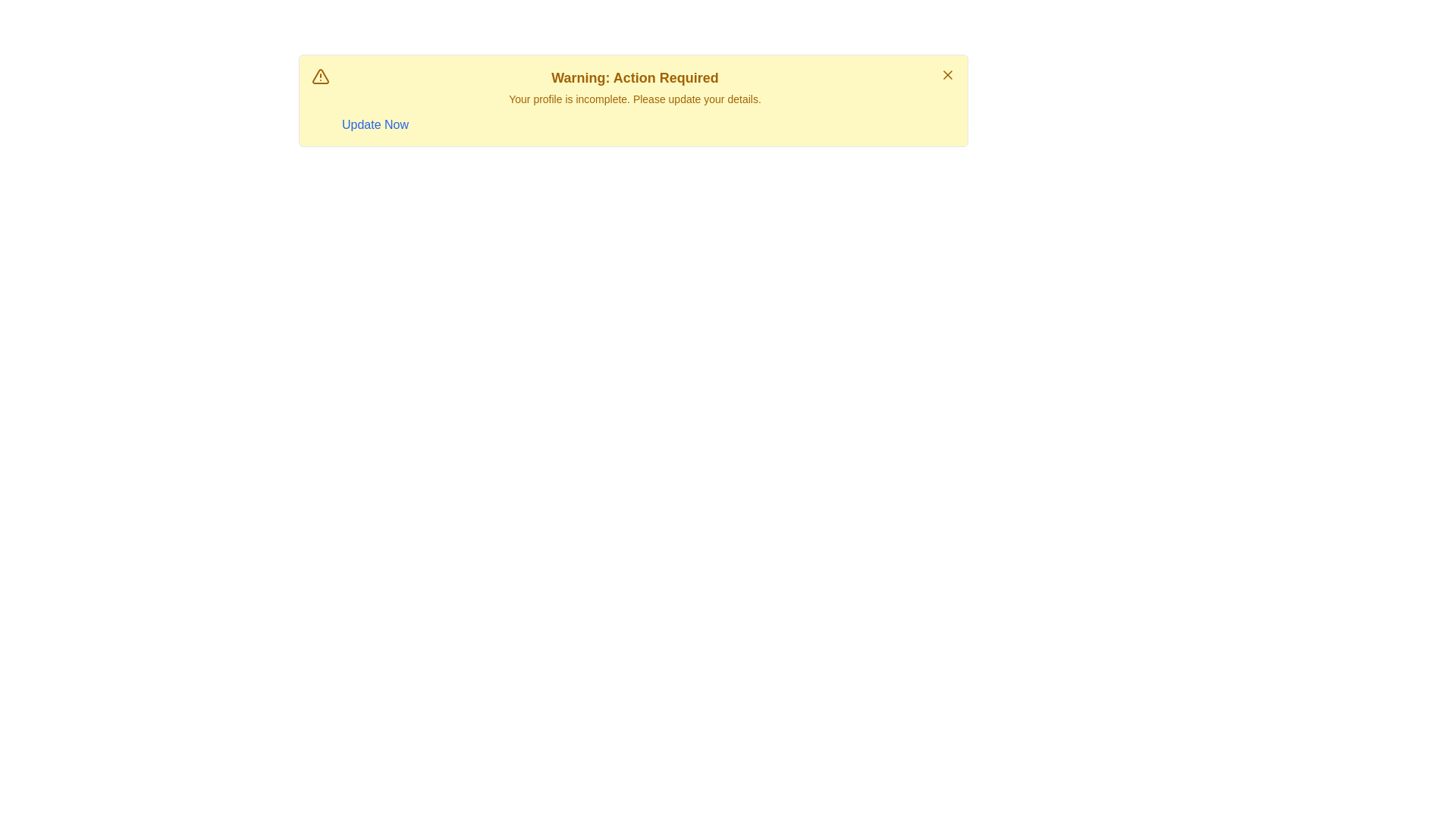 Image resolution: width=1456 pixels, height=819 pixels. Describe the element at coordinates (633, 100) in the screenshot. I see `the Notification banner that warns the user to update their profile details, which is centrally located in the upper section of the interface` at that location.